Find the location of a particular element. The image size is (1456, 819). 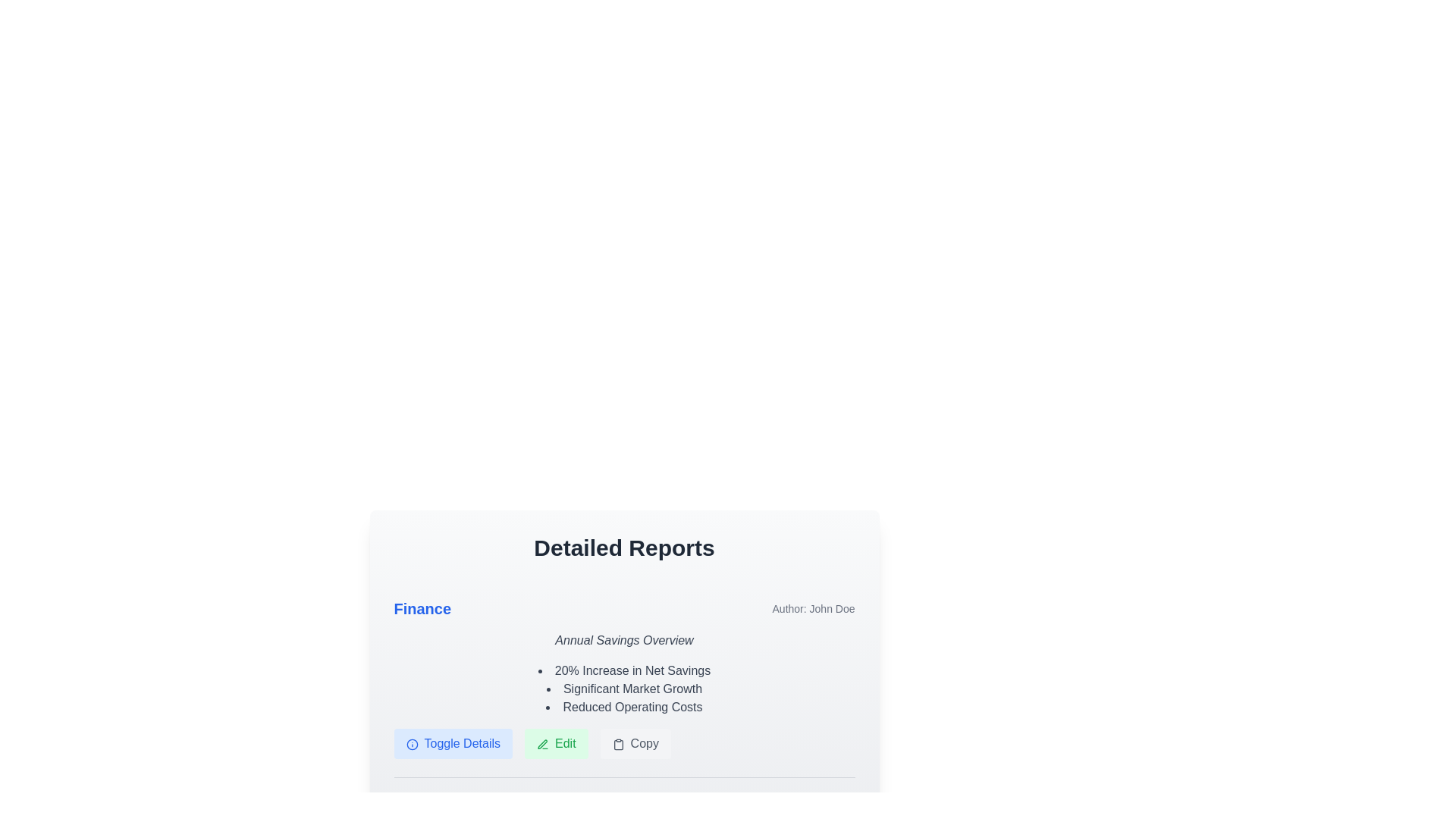

the first bullet point in the 'Annual Savings Overview' section that summarizes data about an increase in net savings is located at coordinates (624, 670).